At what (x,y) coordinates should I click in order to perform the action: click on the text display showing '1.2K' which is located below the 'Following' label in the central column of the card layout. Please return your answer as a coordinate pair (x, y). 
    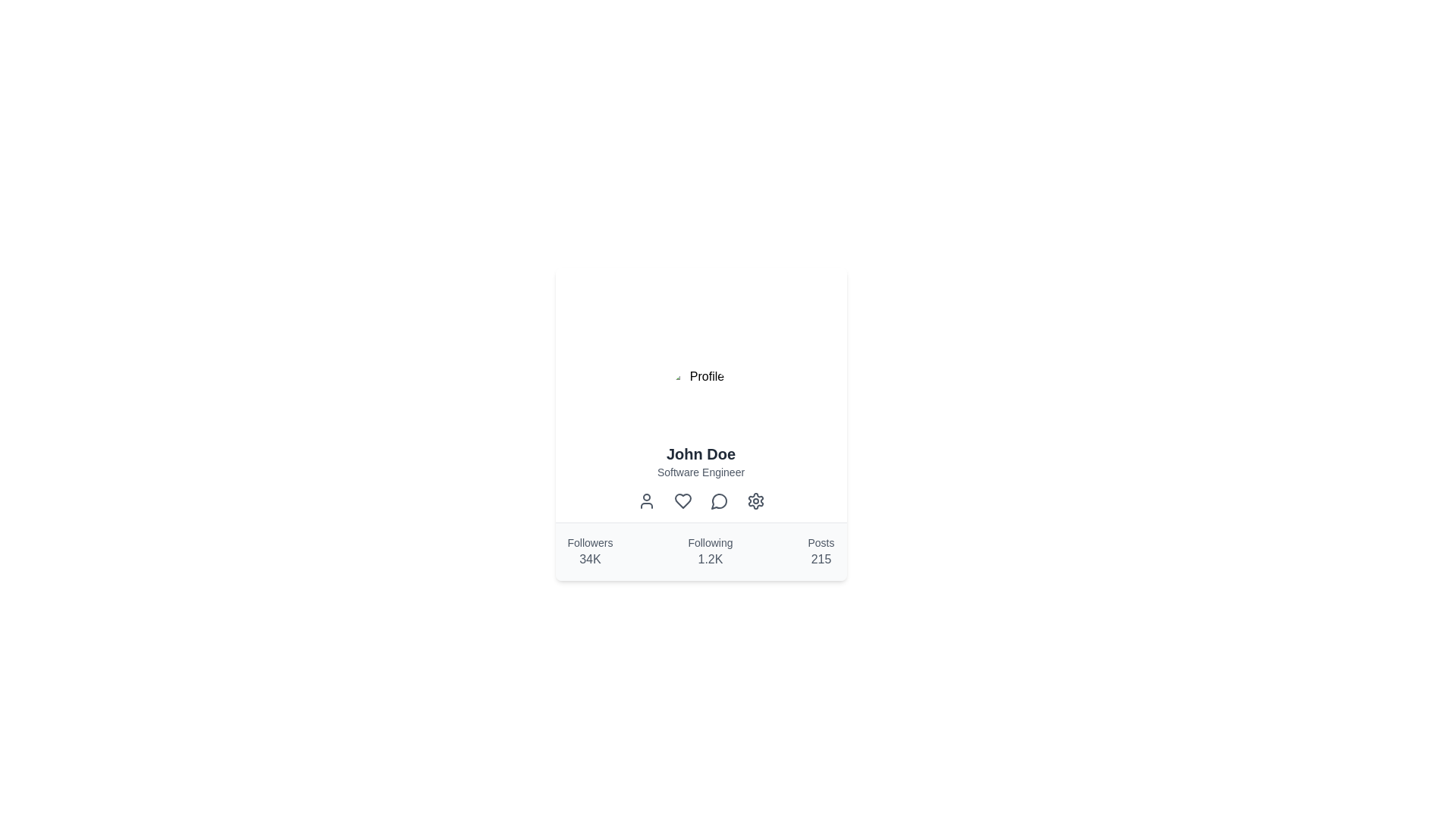
    Looking at the image, I should click on (709, 559).